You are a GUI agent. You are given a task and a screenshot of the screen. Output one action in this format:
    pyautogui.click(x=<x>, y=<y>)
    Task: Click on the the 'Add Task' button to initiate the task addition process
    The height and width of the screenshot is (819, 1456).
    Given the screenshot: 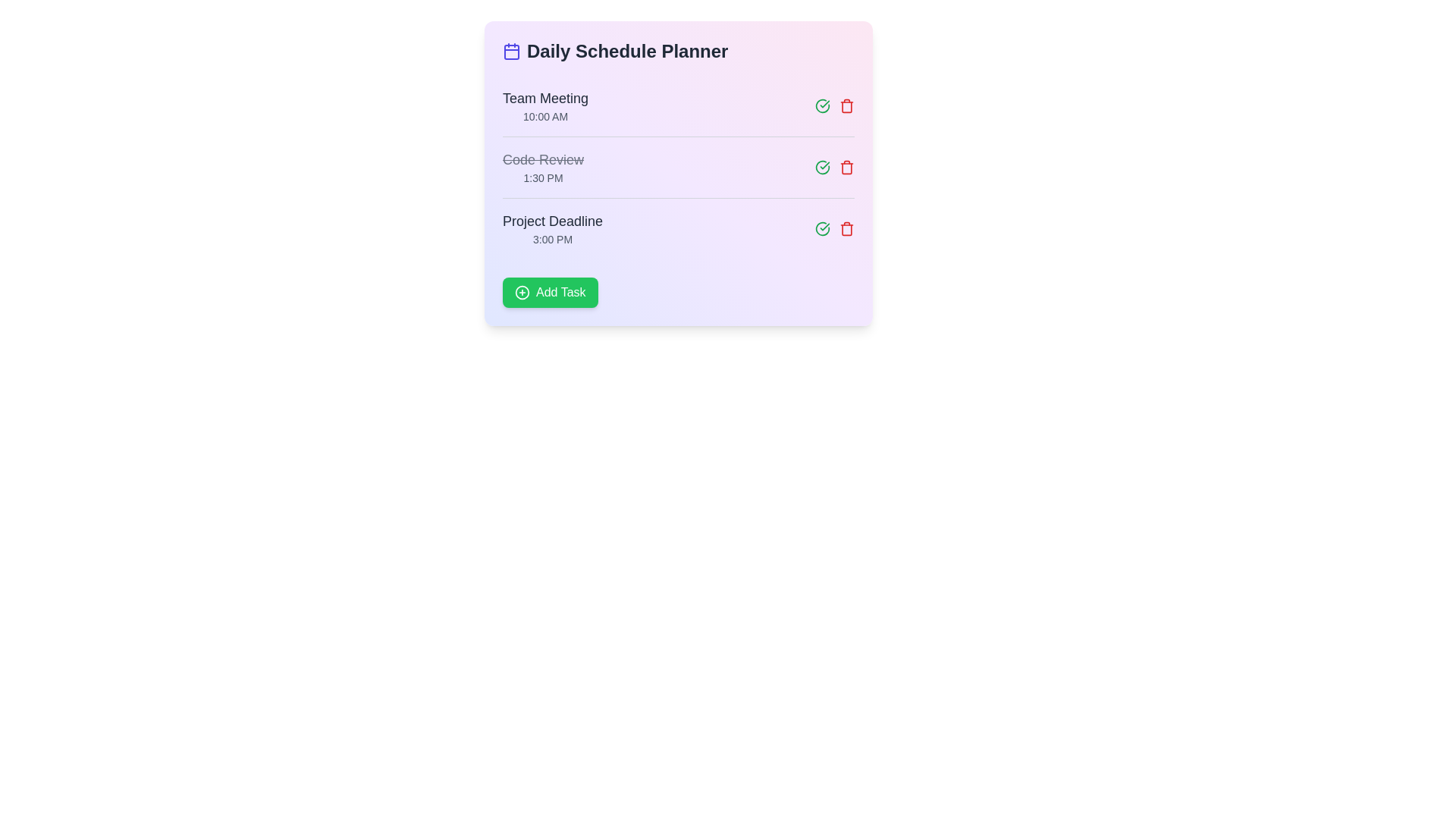 What is the action you would take?
    pyautogui.click(x=549, y=292)
    